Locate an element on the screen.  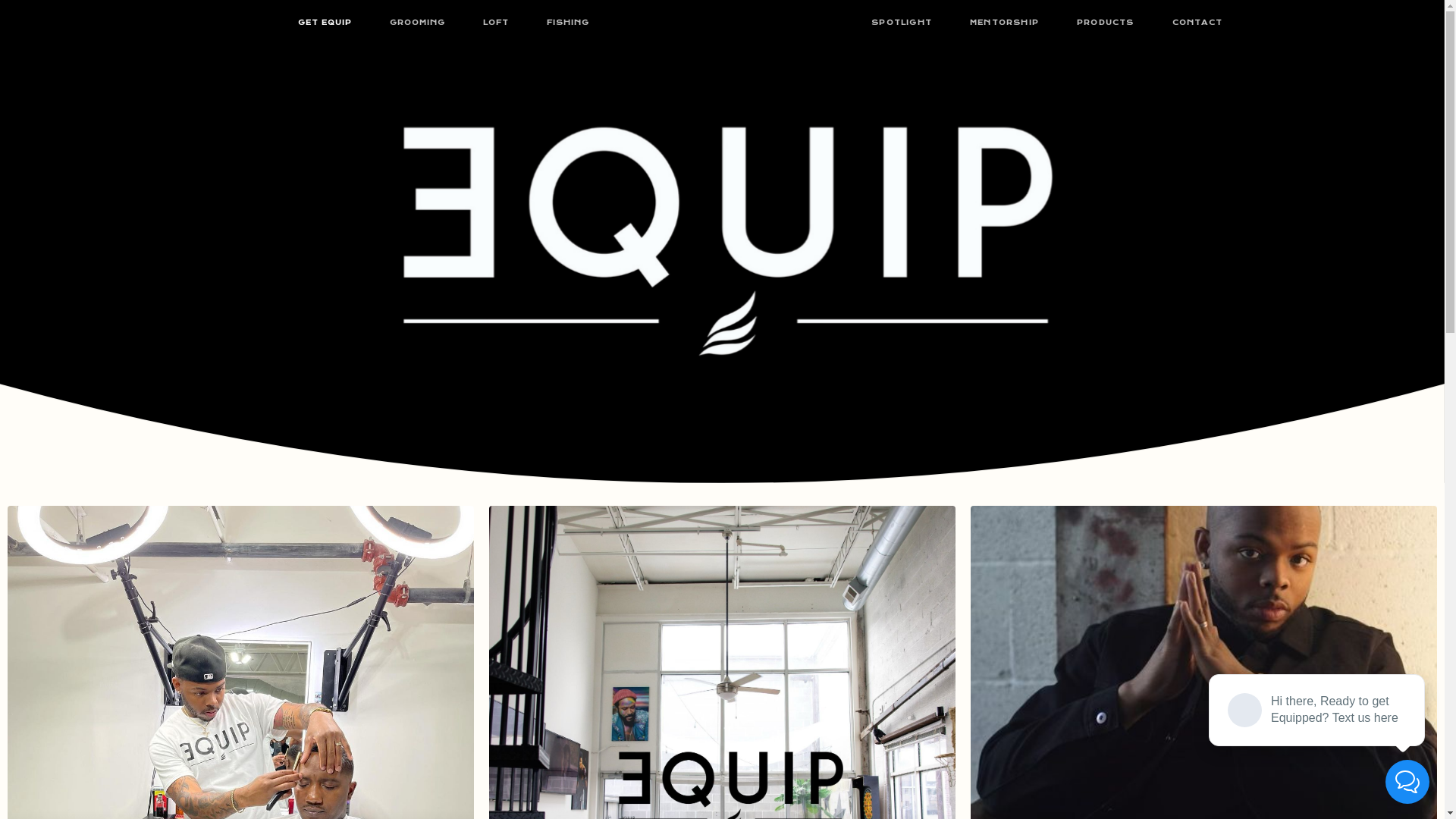
'Spotlight' is located at coordinates (839, 503).